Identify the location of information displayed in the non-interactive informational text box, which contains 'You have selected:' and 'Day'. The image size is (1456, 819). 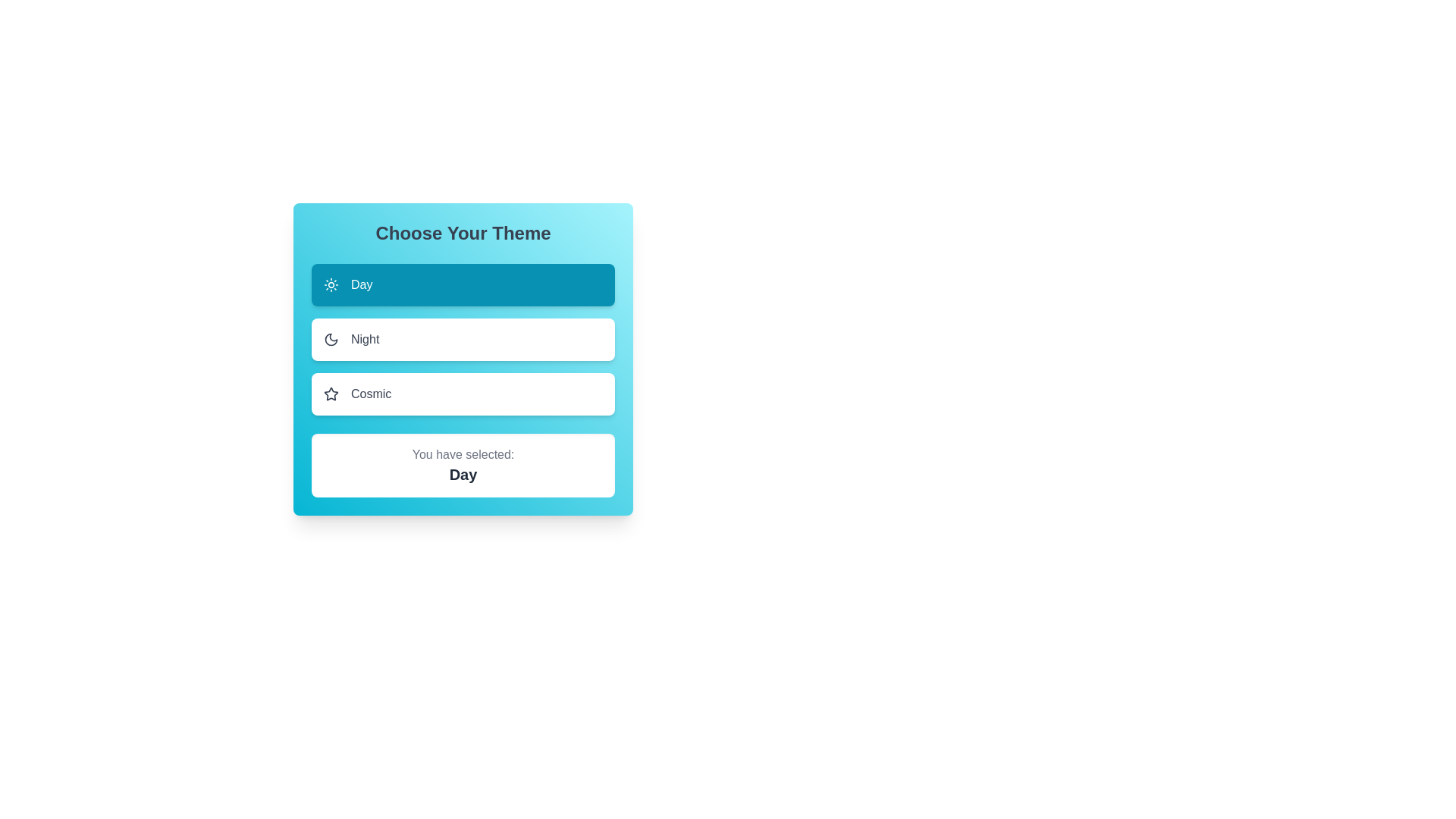
(462, 464).